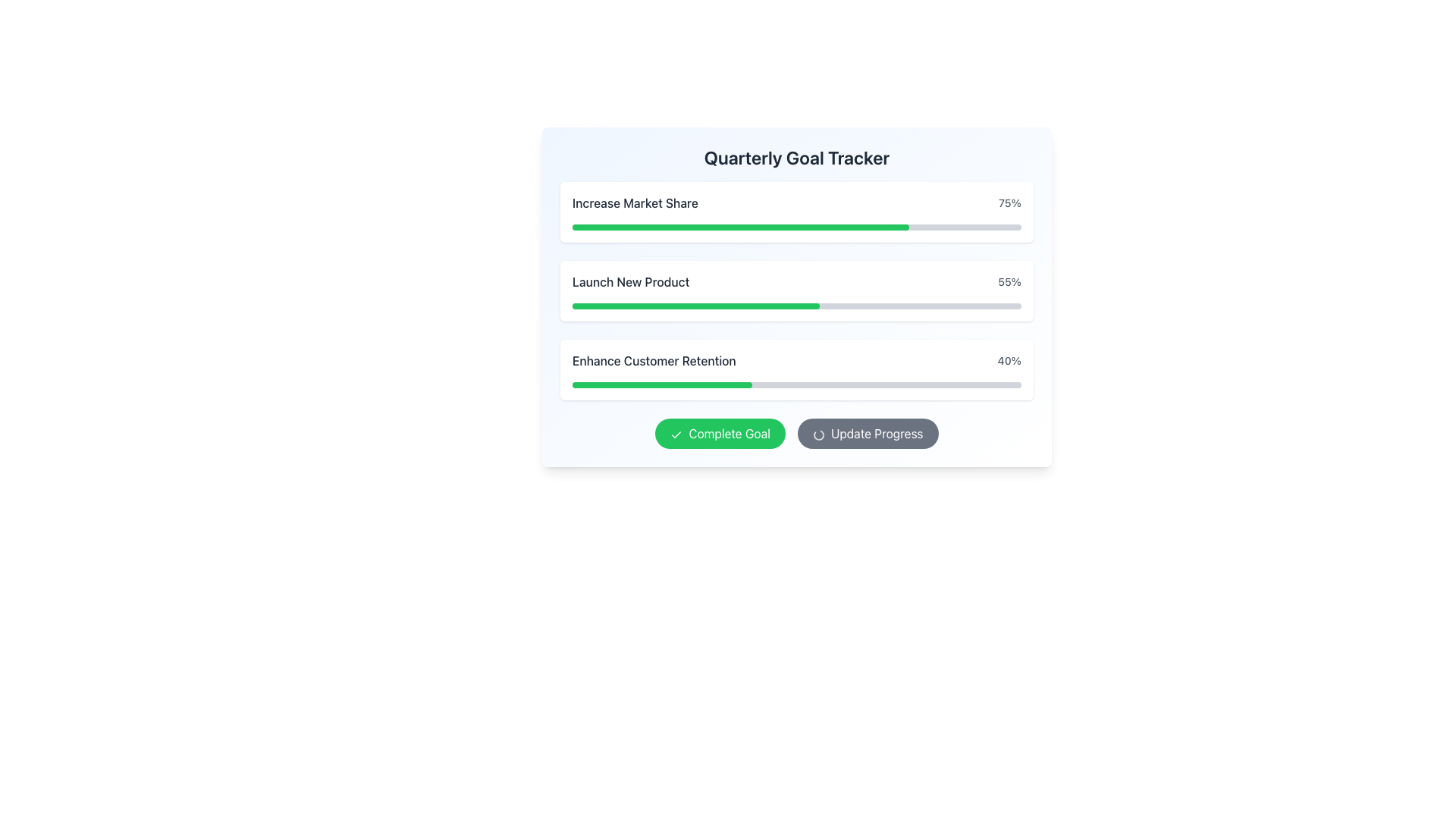  I want to click on label text that describes the goal associated with the progress bar showing '55%'. This label is positioned below 'Increase Market Share' and above 'Enhance Customer Retention', so click(631, 281).